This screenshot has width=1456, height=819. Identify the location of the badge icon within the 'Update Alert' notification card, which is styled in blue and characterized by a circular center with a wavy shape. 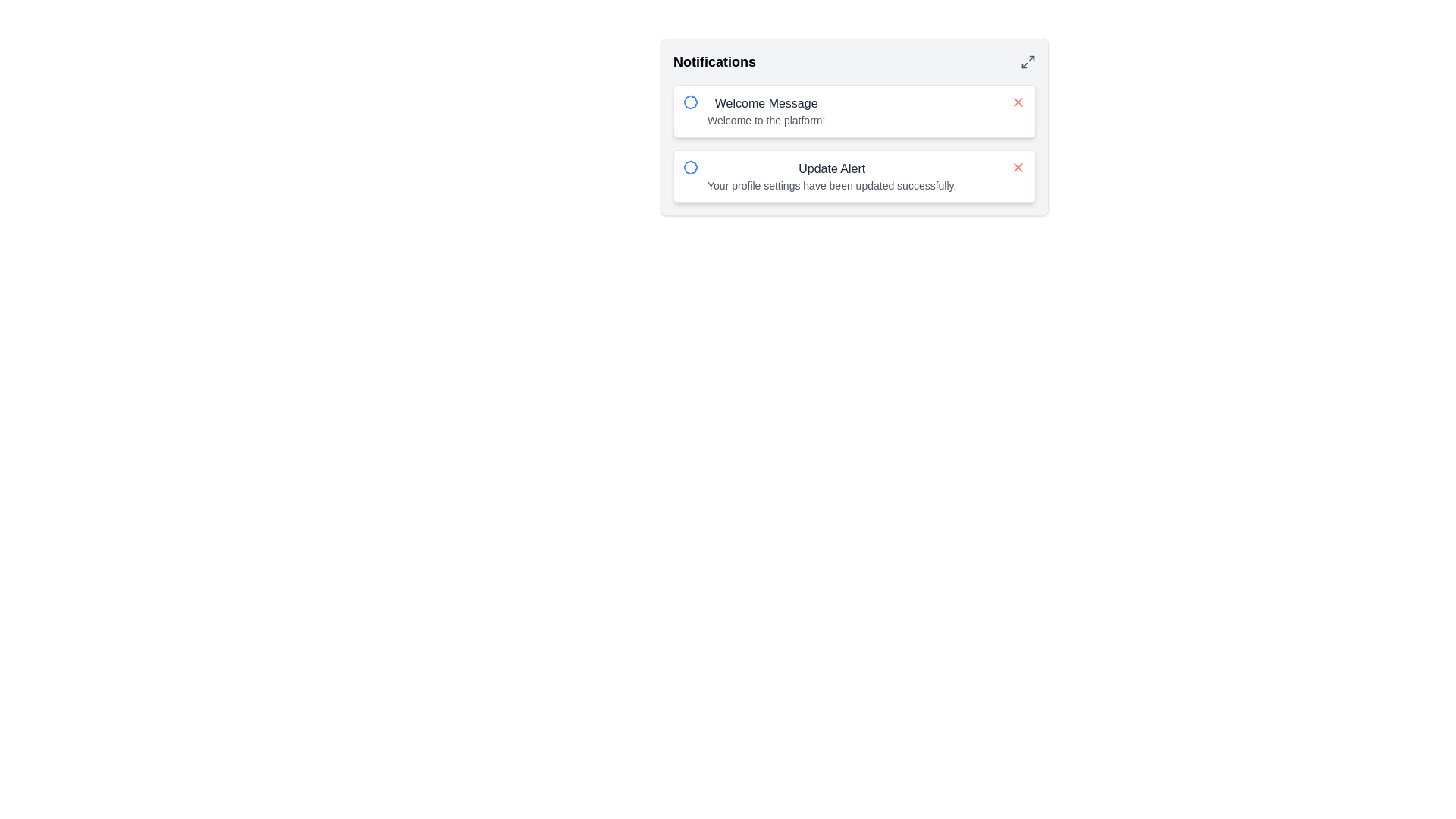
(690, 167).